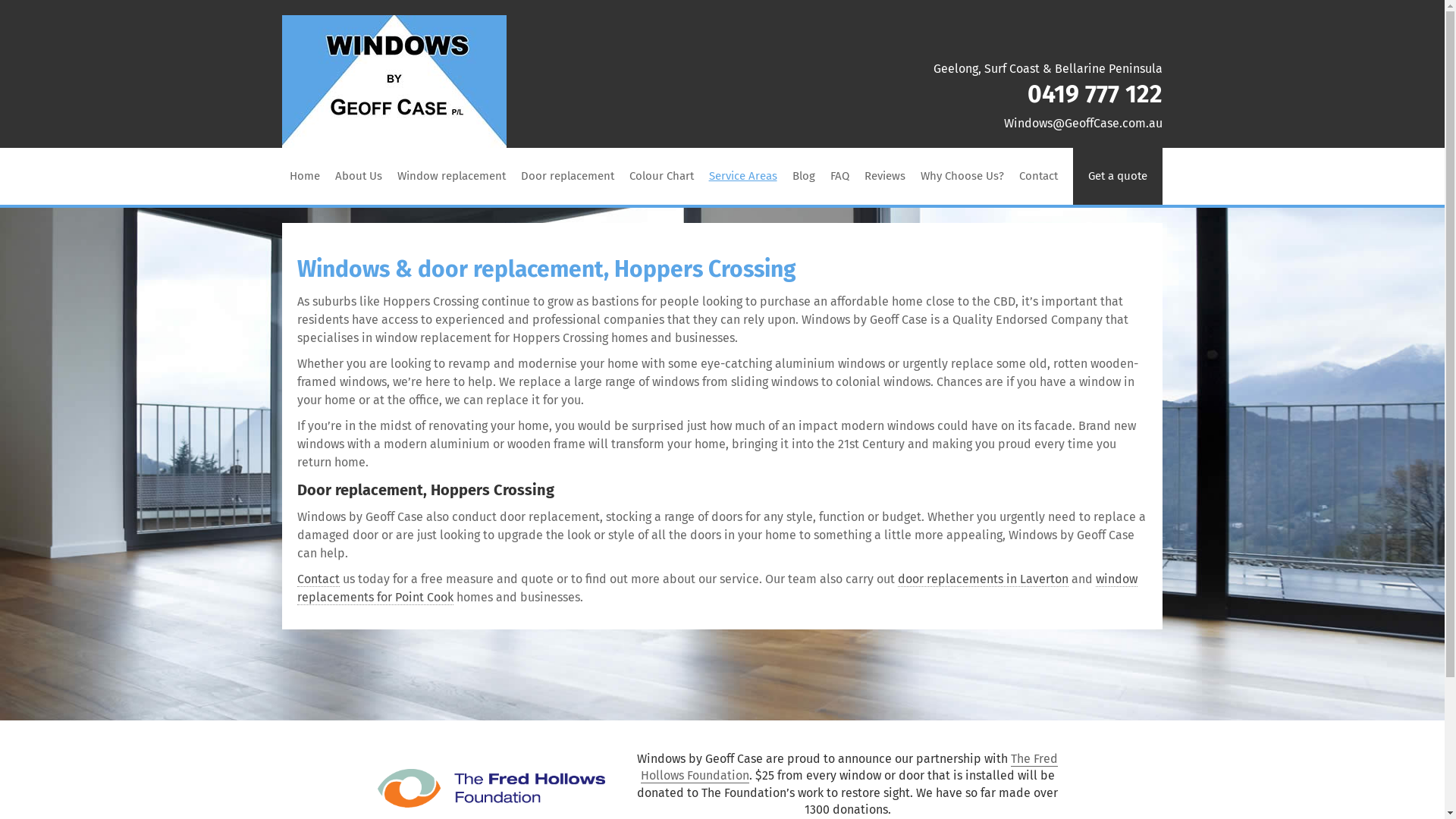  I want to click on 'door replacements in Laverton', so click(983, 579).